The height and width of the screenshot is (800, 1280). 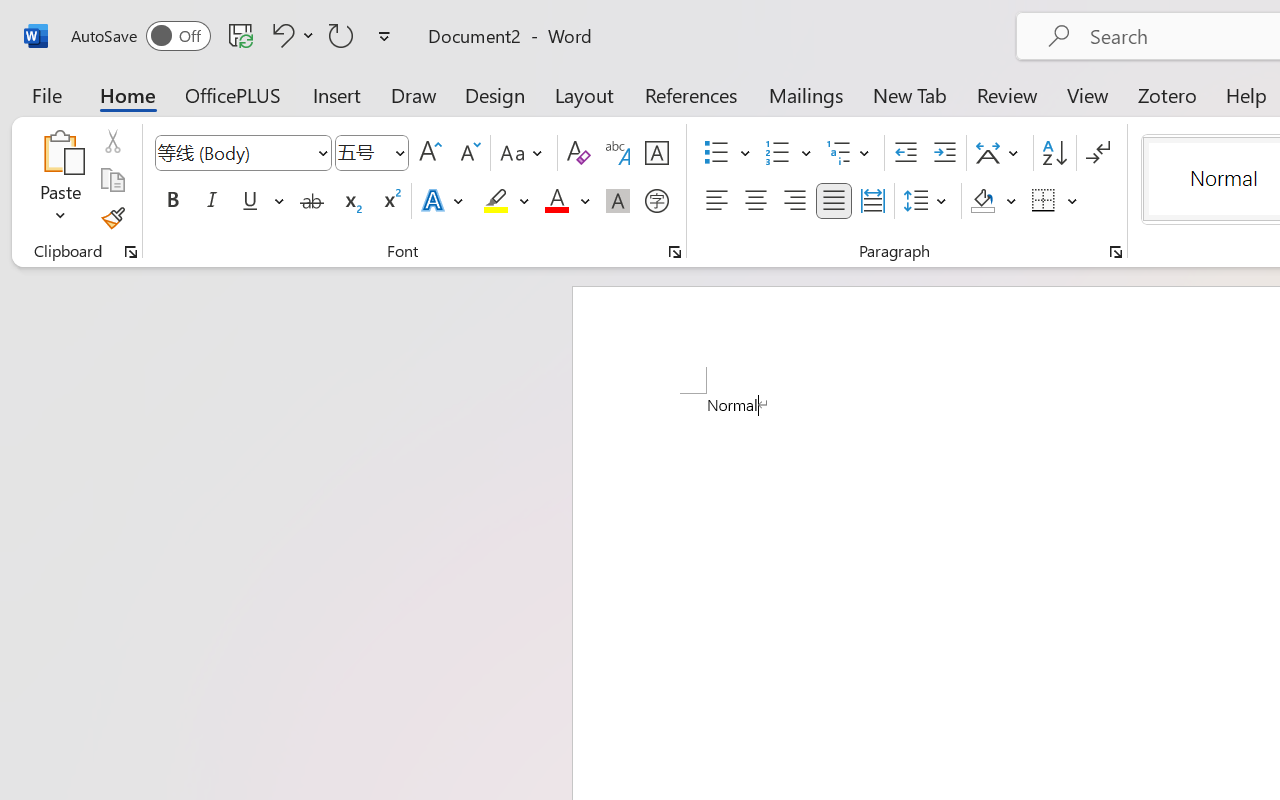 What do you see at coordinates (983, 201) in the screenshot?
I see `'Shading RGB(0, 0, 0)'` at bounding box center [983, 201].